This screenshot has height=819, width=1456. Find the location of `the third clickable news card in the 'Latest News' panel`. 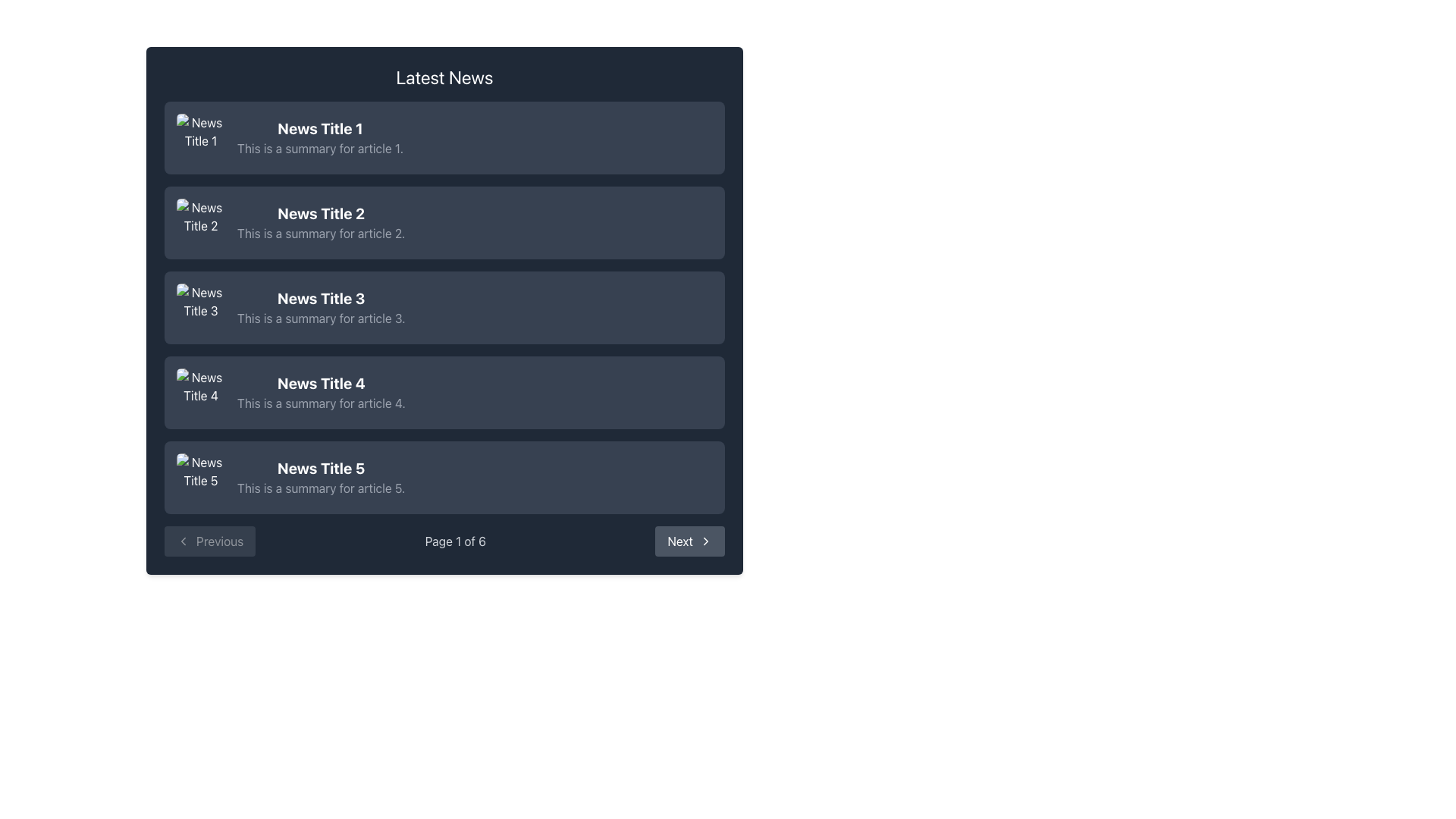

the third clickable news card in the 'Latest News' panel is located at coordinates (444, 307).